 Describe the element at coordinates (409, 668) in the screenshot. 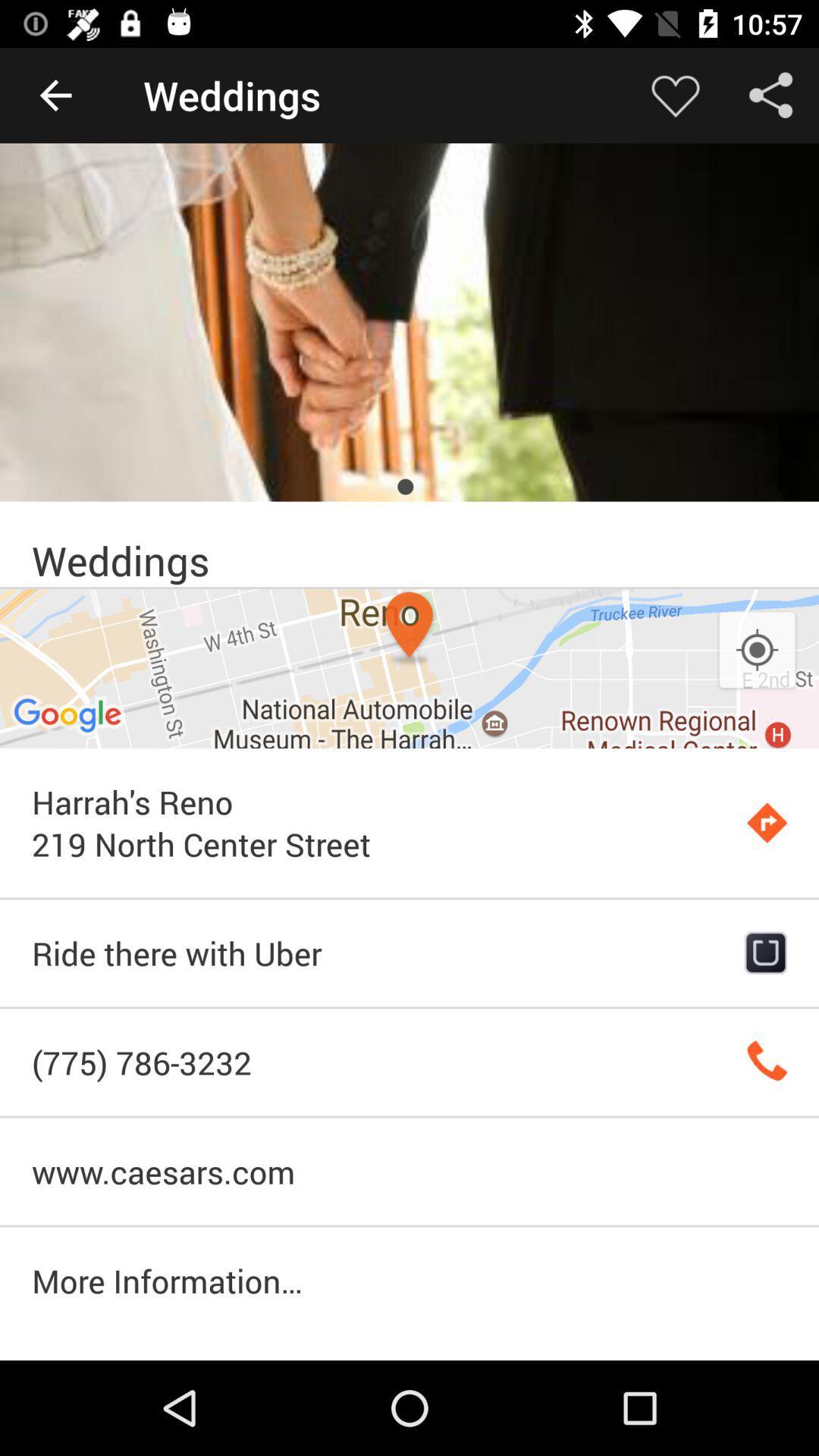

I see `item above the harrah s reno item` at that location.